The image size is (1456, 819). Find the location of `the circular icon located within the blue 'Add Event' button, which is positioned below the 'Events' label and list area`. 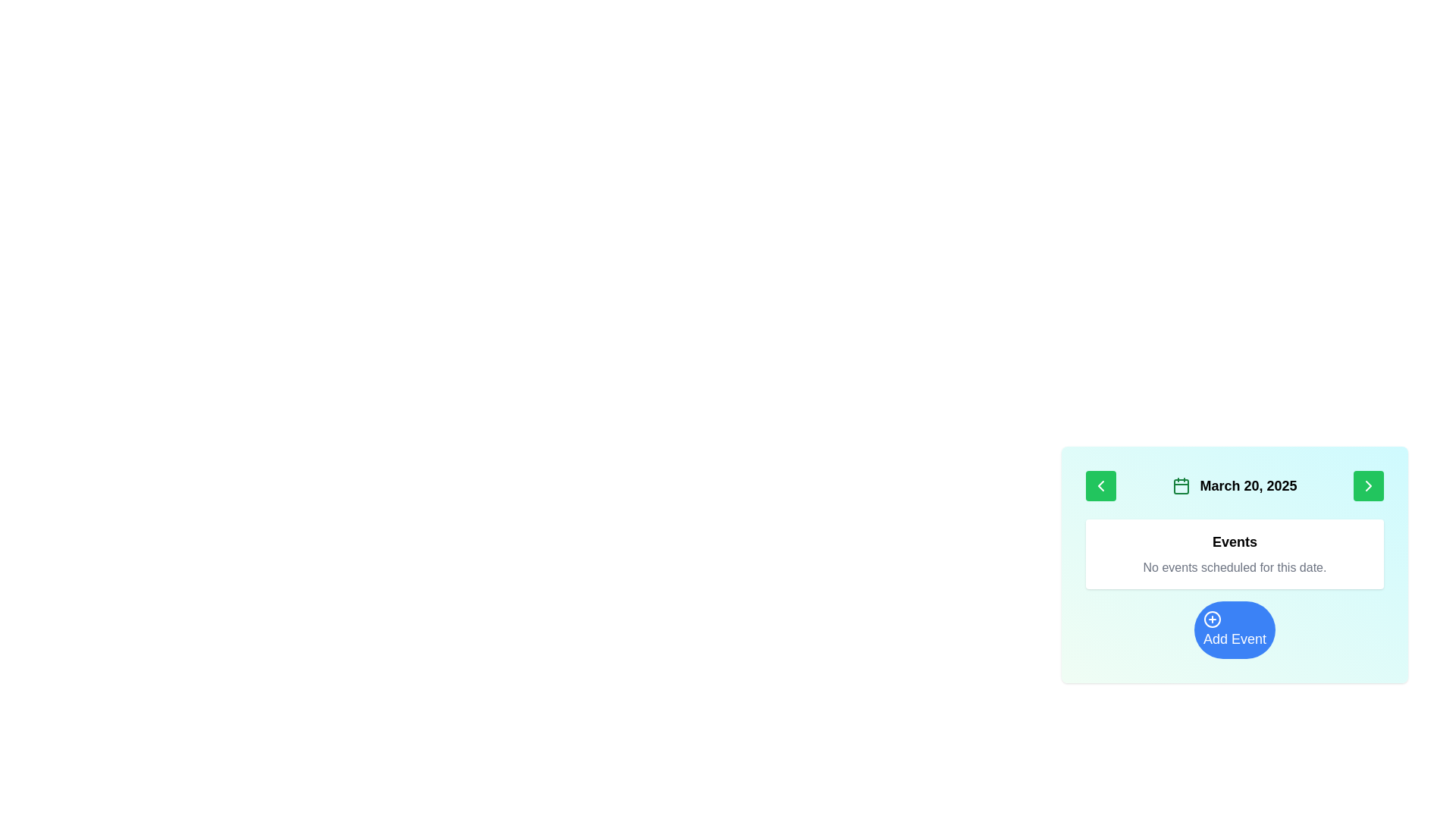

the circular icon located within the blue 'Add Event' button, which is positioned below the 'Events' label and list area is located at coordinates (1211, 620).